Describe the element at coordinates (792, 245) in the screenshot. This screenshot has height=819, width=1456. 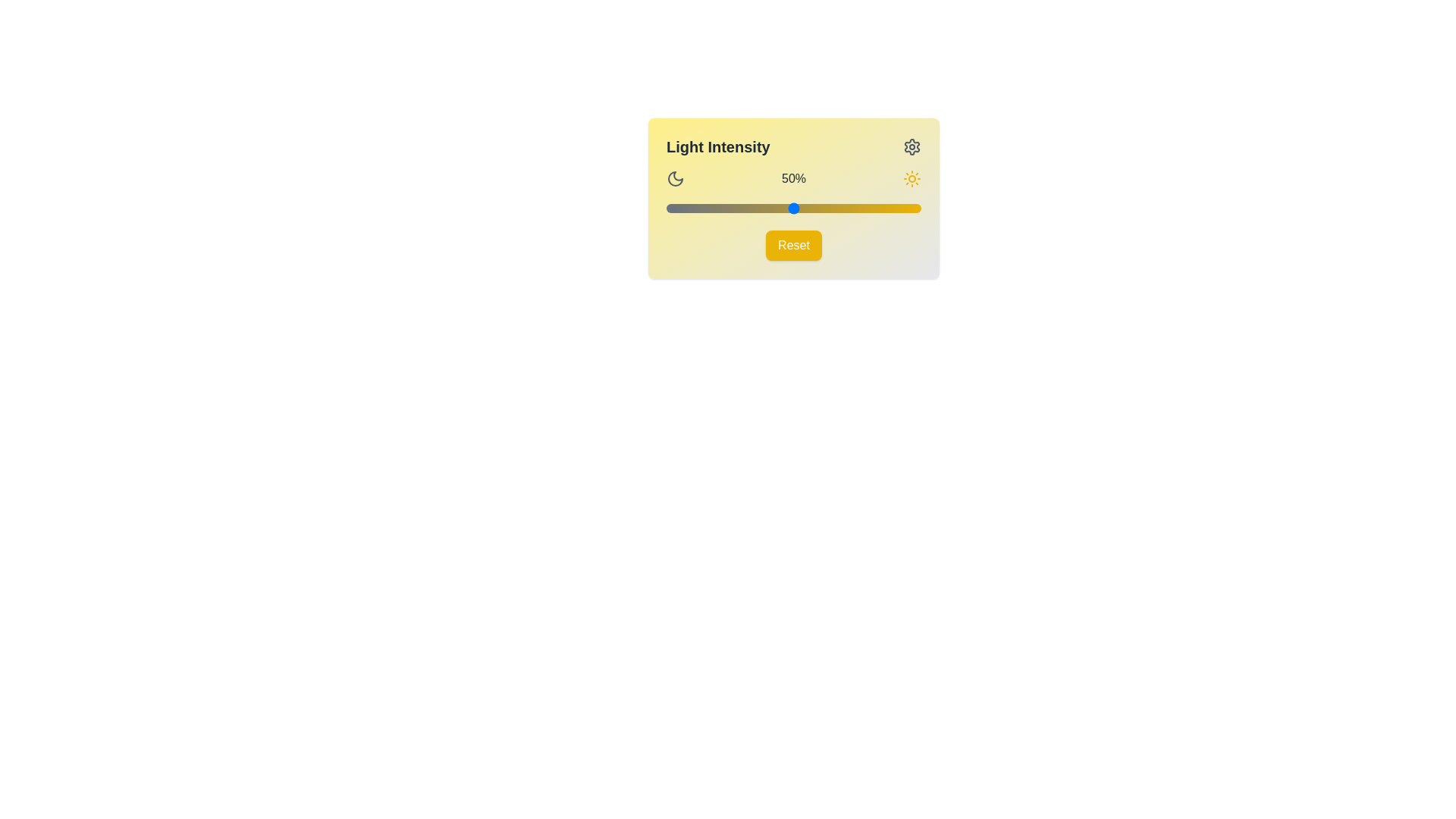
I see `the Reset button to reset the brightness to 50%` at that location.